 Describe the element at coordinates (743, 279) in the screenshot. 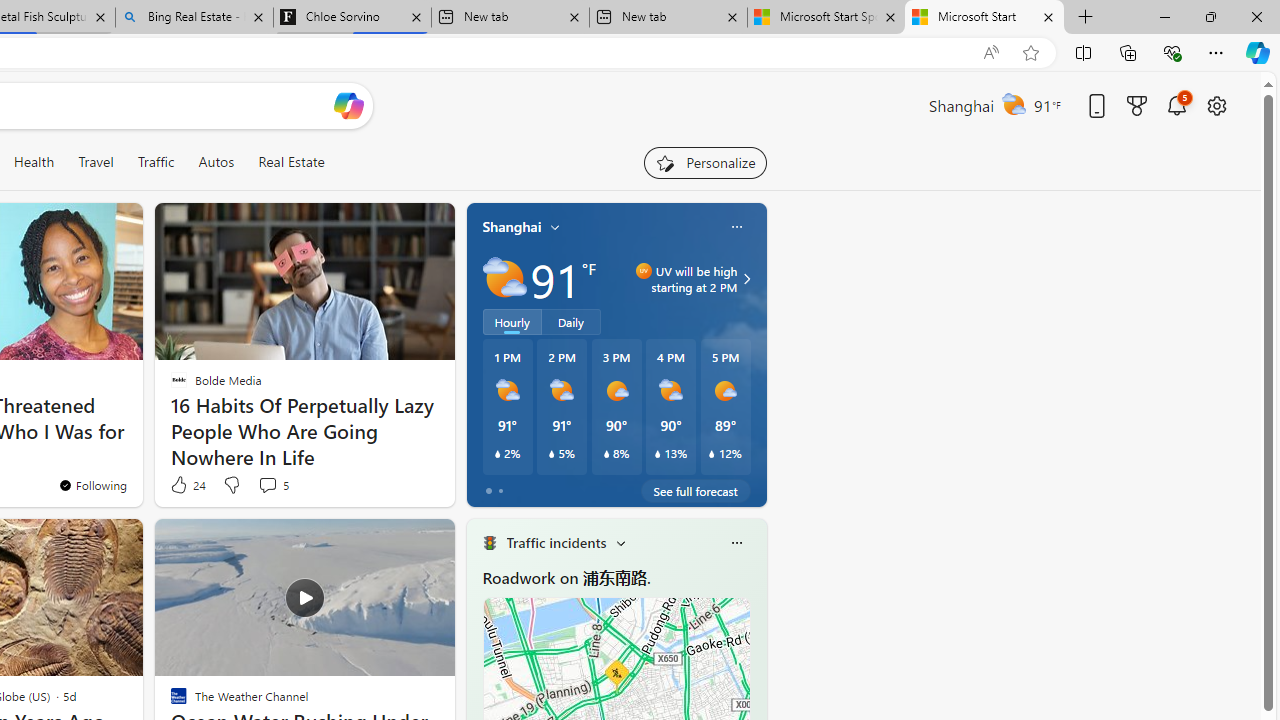

I see `'UV will be high starting at 2 PM'` at that location.